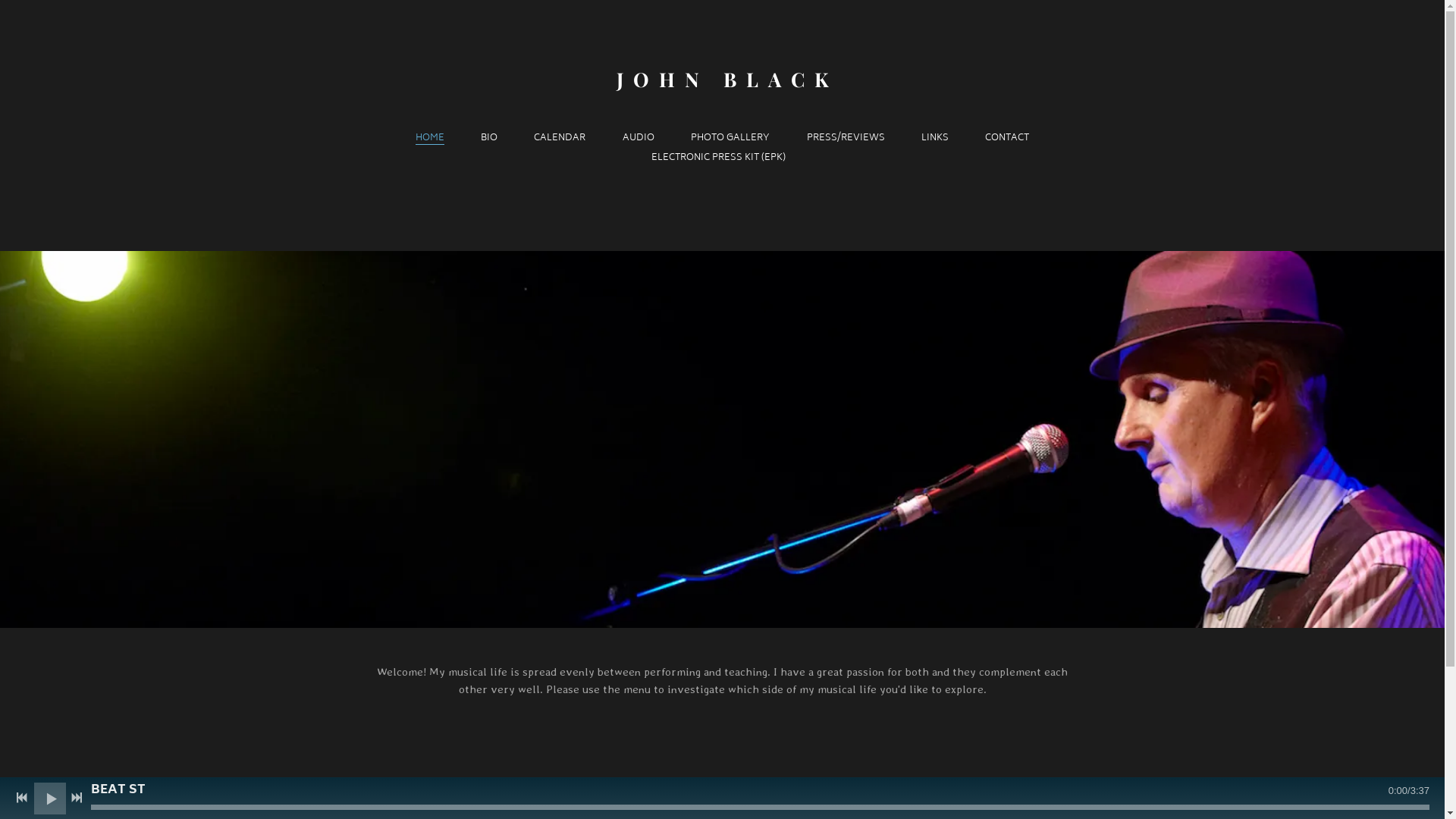 The height and width of the screenshot is (819, 1456). I want to click on 'ELECTRONIC PRESS KIT (EPK)', so click(651, 158).